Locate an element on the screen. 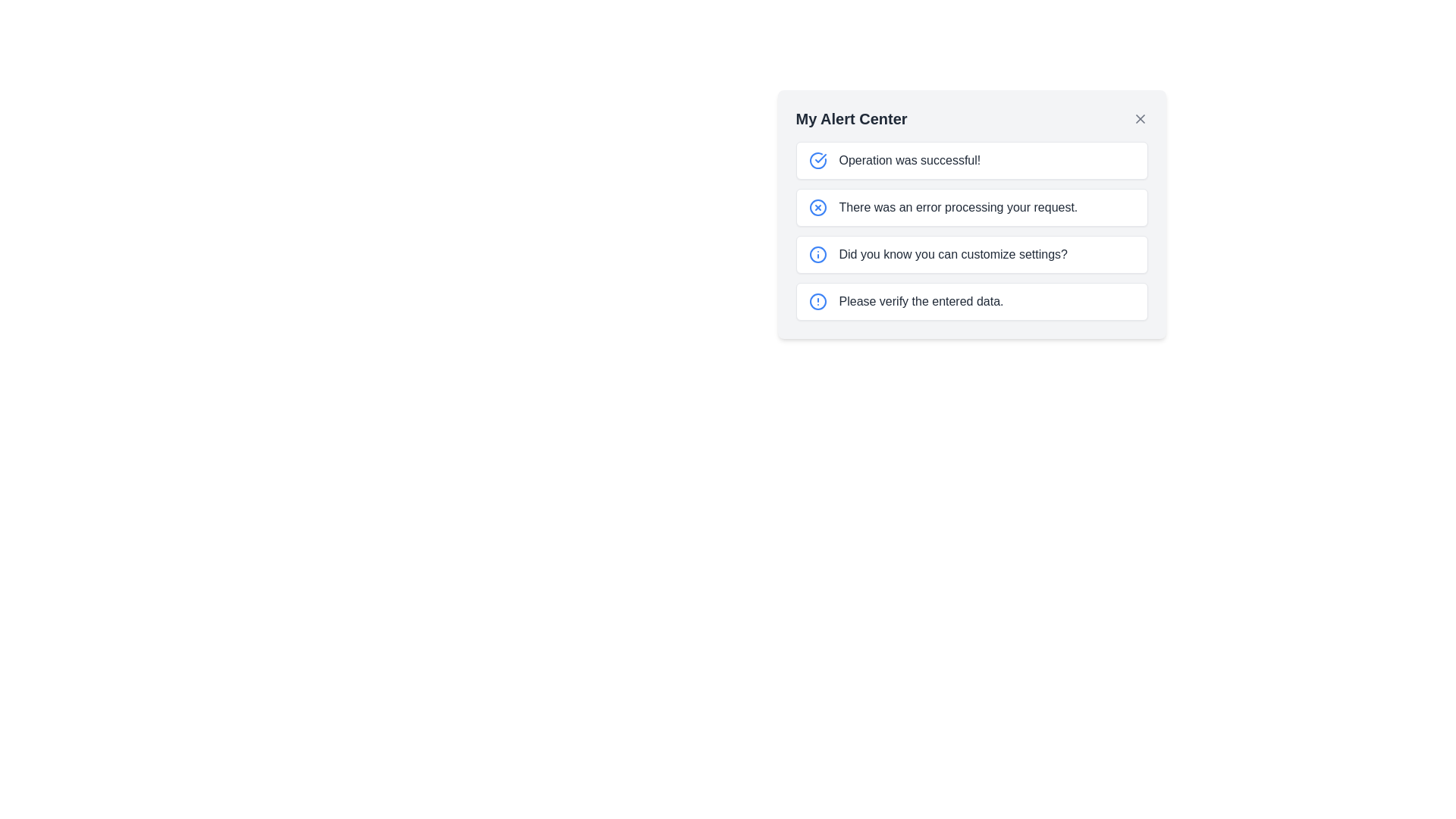 This screenshot has height=819, width=1456. the error icon located in the second row of the notification list within 'My Alert Center', positioned to the left of the notification message regarding the error processing is located at coordinates (817, 207).